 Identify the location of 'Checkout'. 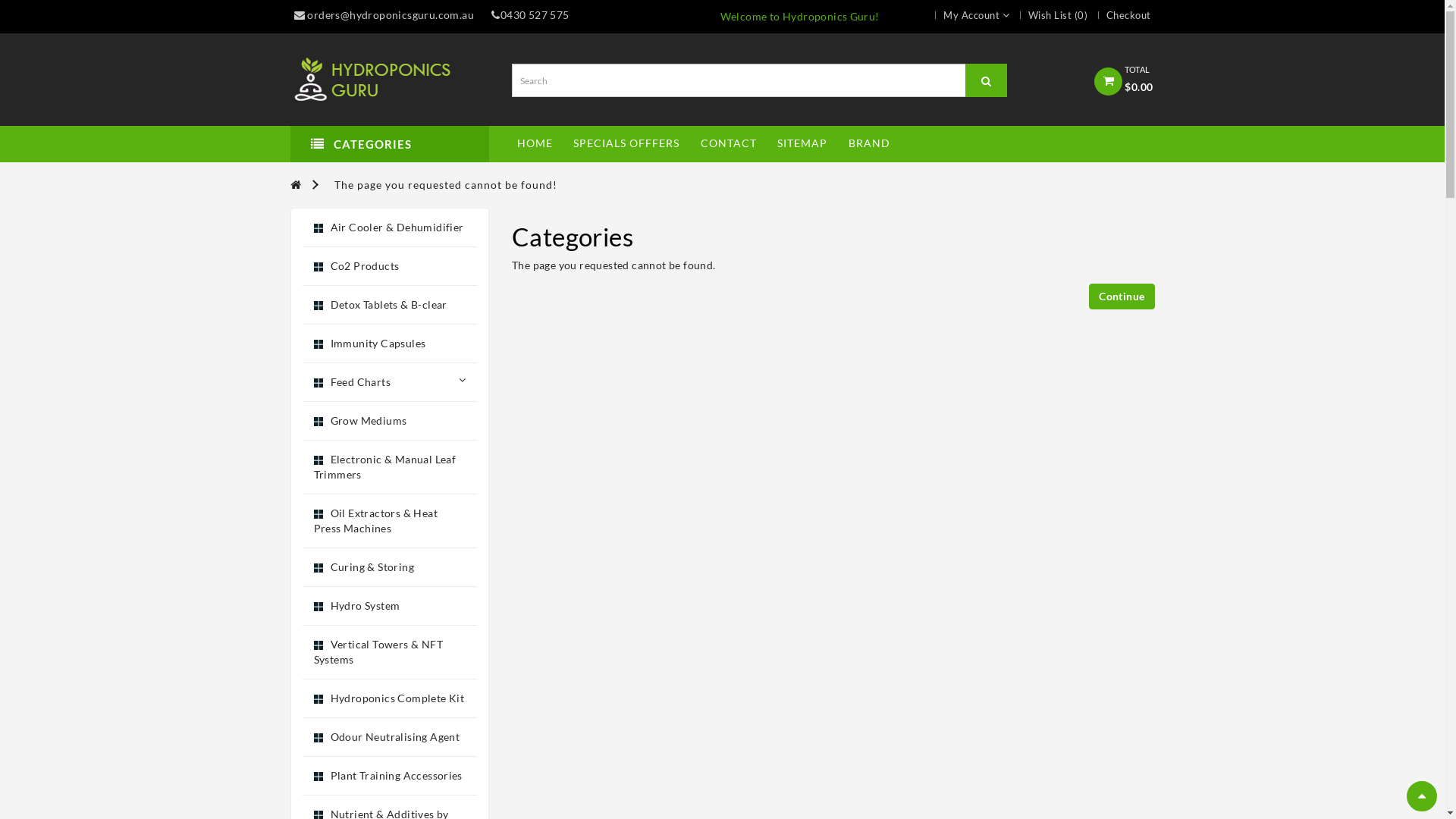
(1090, 14).